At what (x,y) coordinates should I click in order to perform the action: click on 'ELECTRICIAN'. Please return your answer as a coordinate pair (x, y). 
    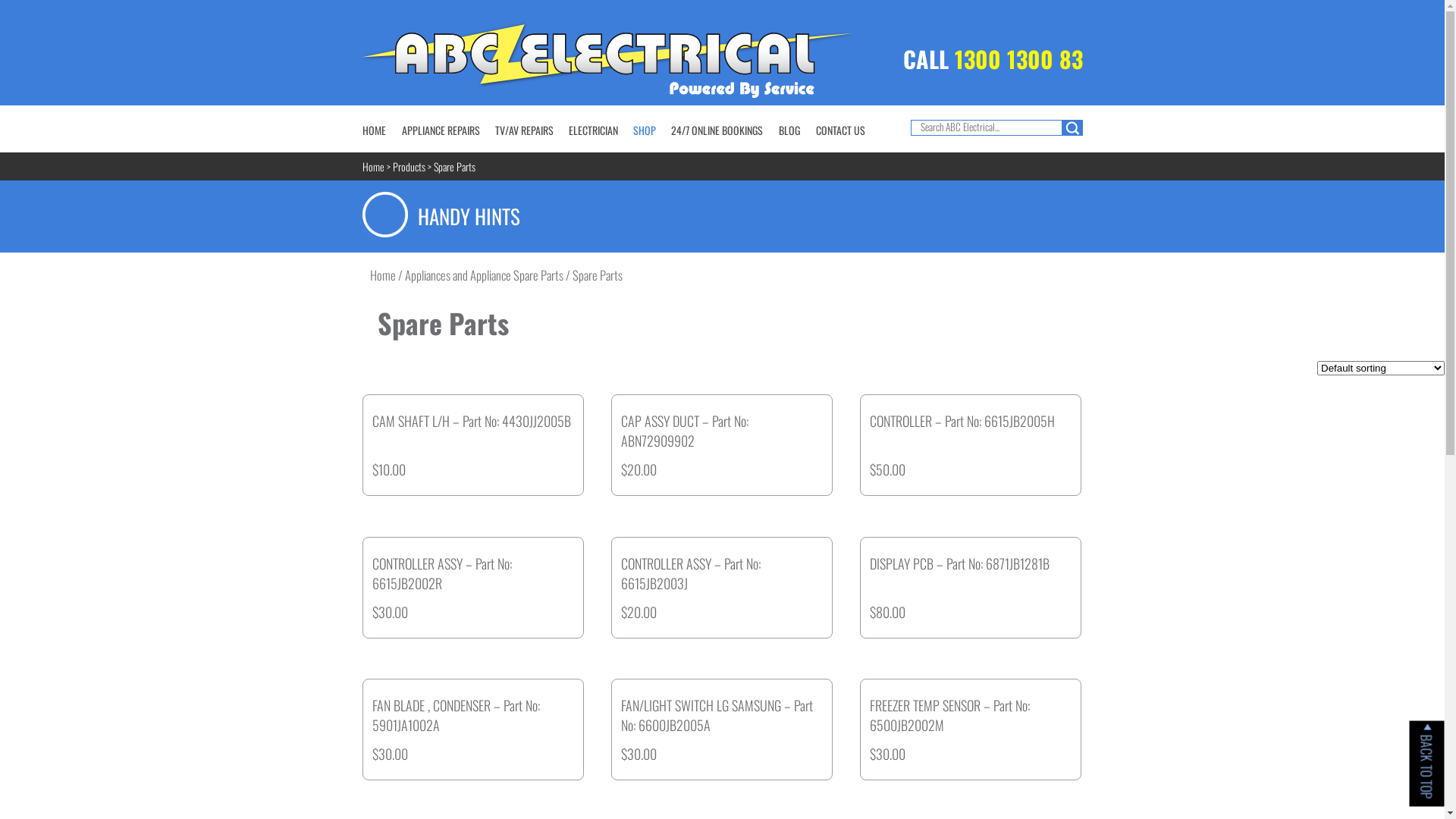
    Looking at the image, I should click on (592, 129).